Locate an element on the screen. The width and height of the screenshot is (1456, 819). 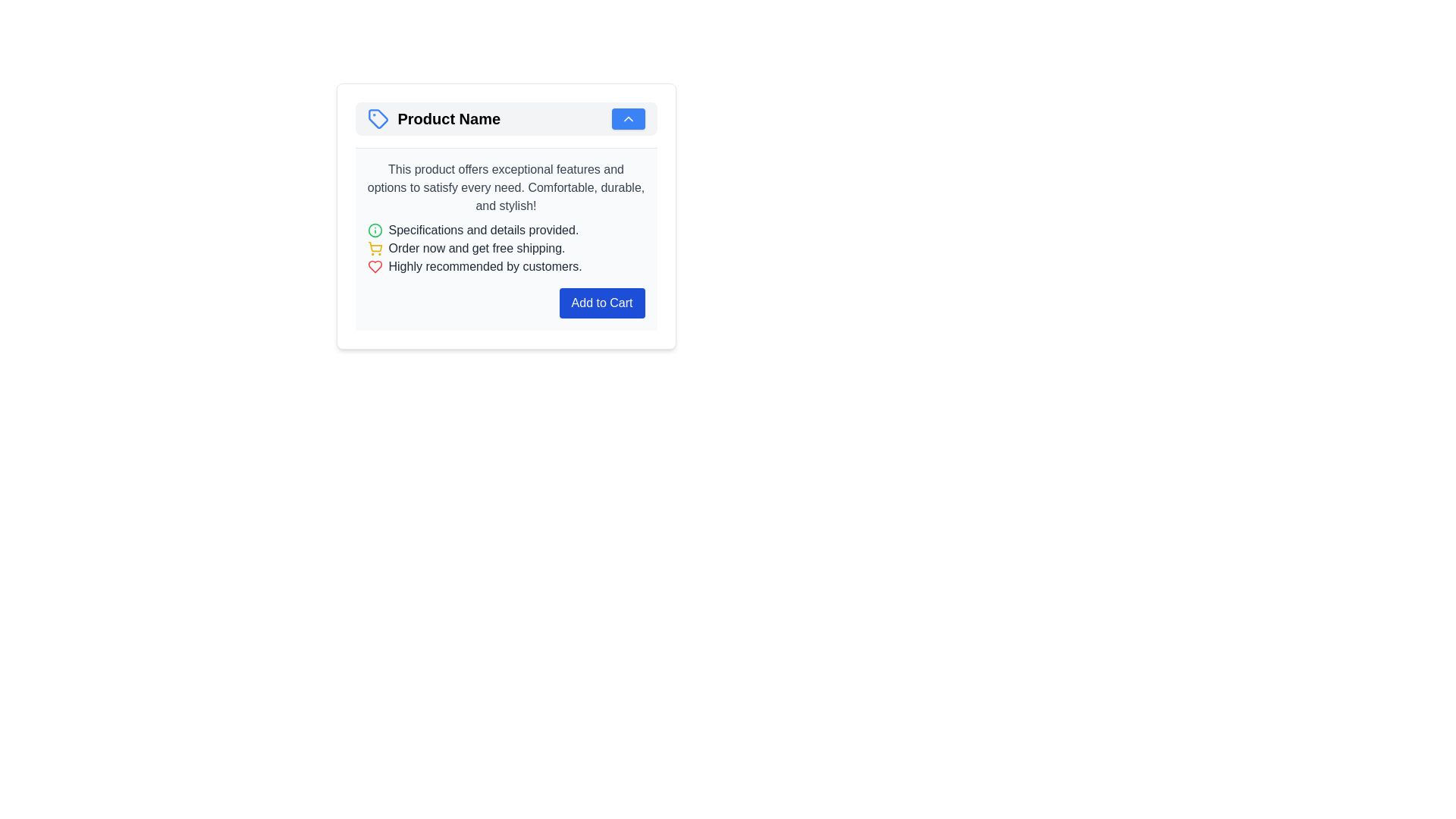
the heart-shaped 'like' icon located is located at coordinates (375, 265).